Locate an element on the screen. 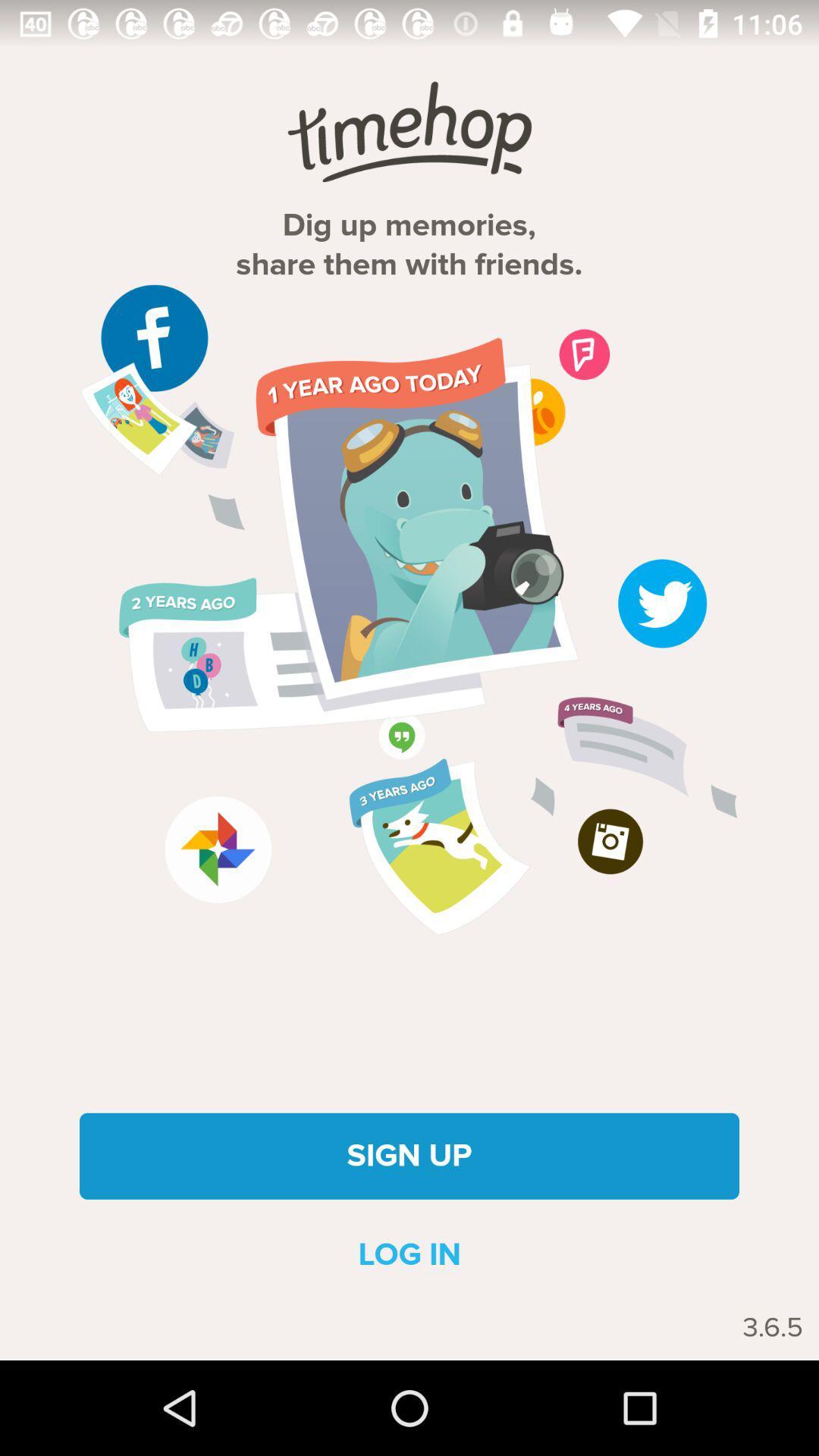 Image resolution: width=819 pixels, height=1456 pixels. sign up is located at coordinates (409, 1155).